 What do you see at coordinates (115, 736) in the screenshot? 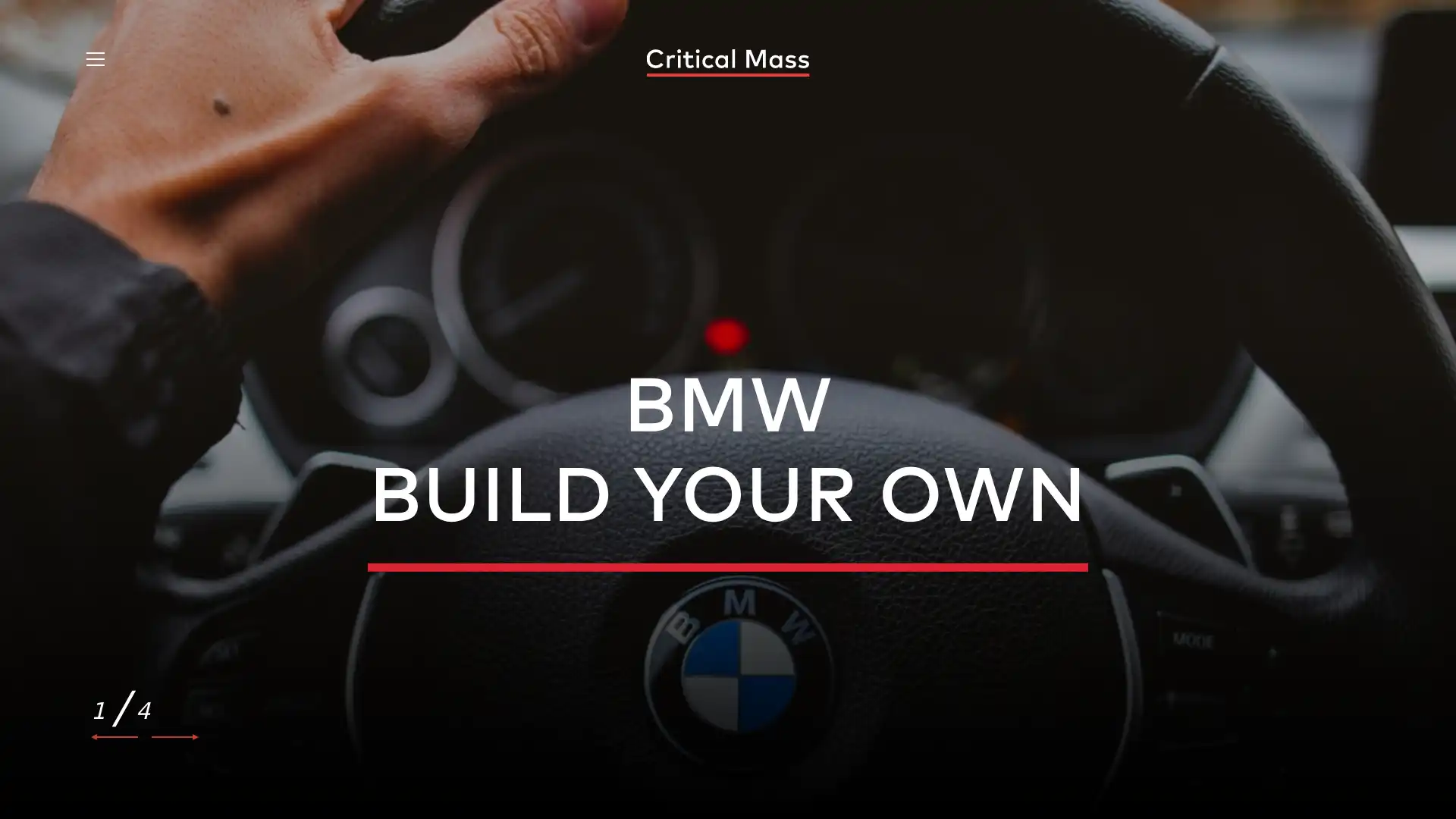
I see `previous` at bounding box center [115, 736].